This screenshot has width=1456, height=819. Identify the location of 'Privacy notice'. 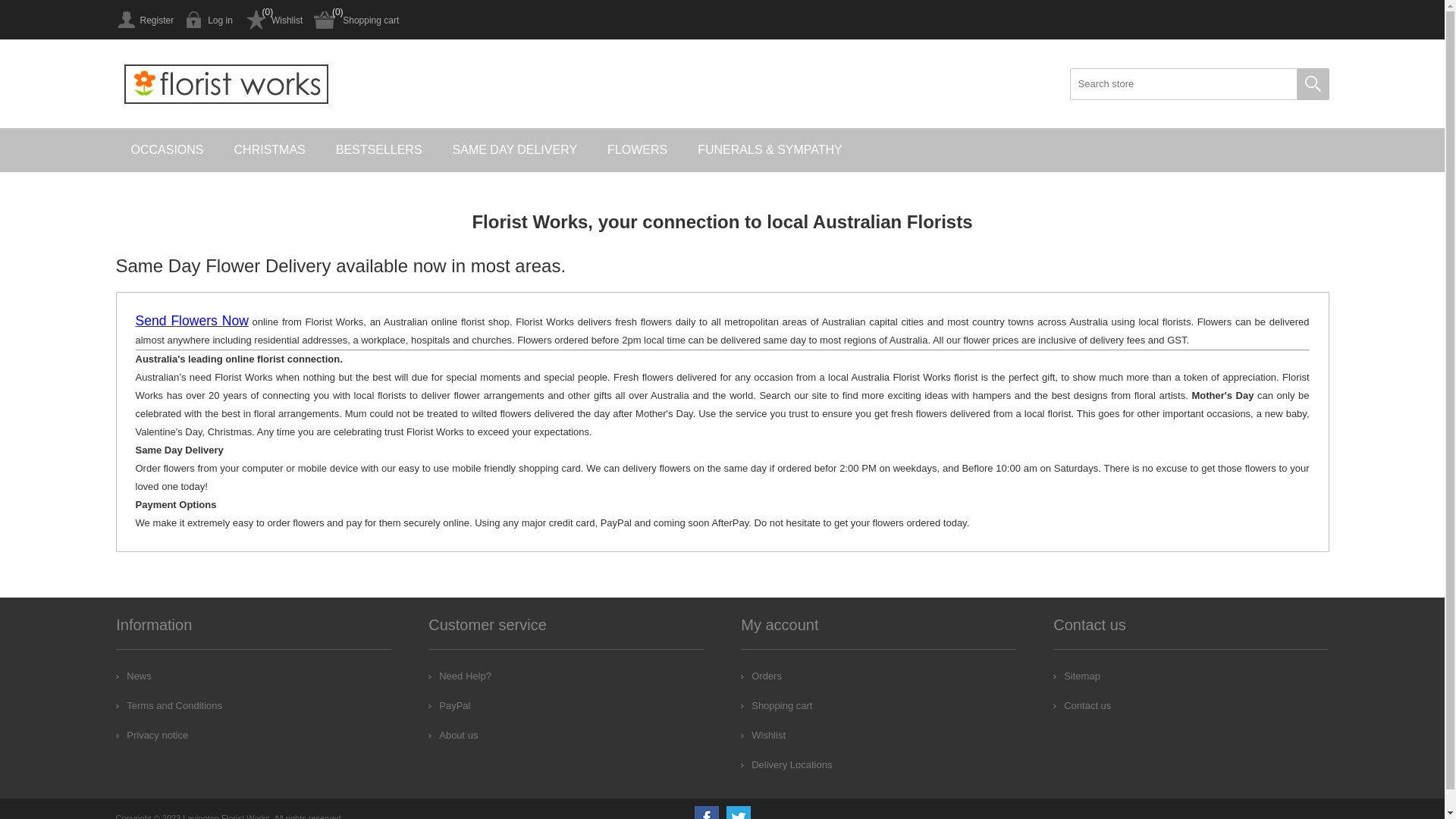
(152, 734).